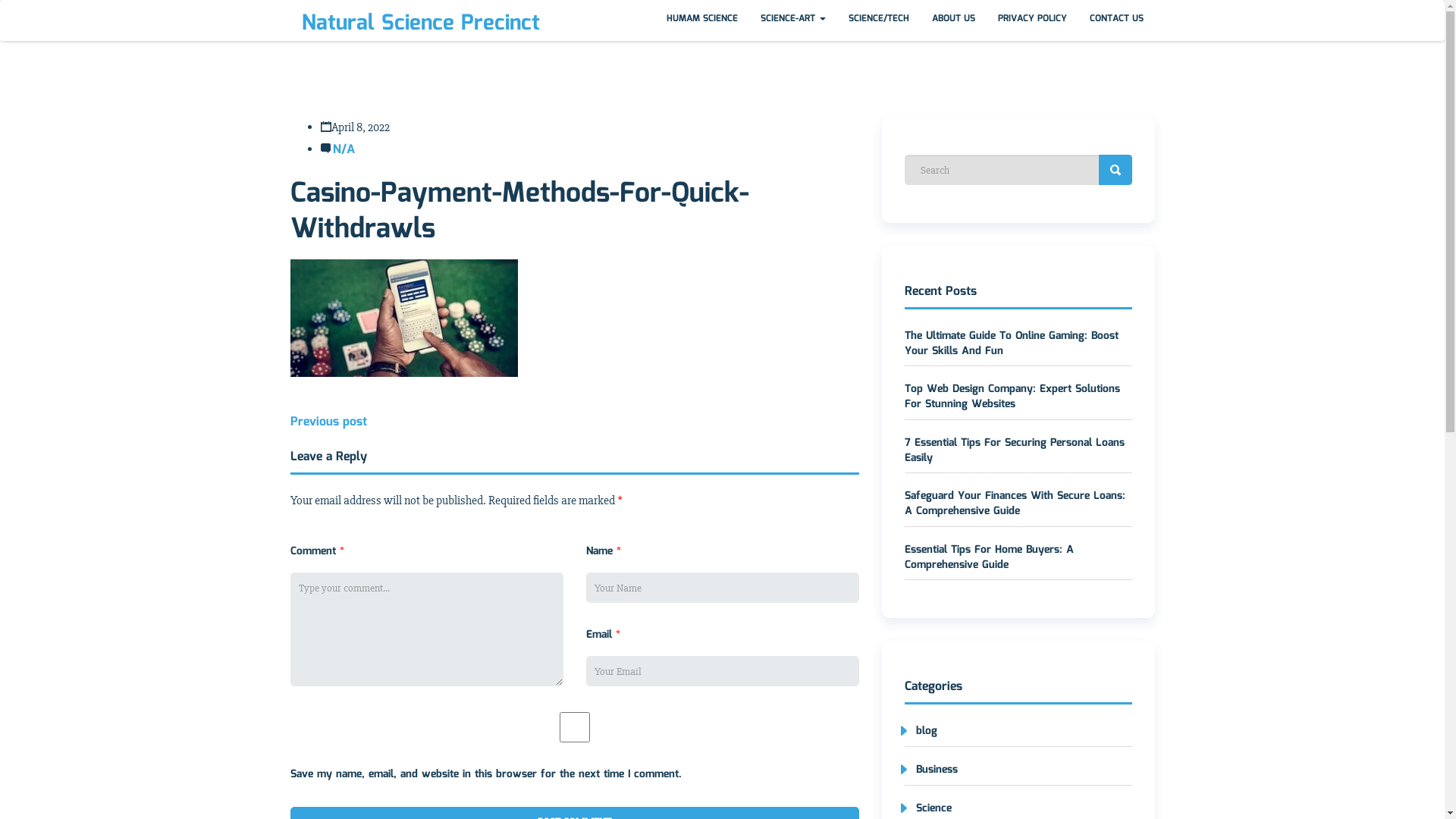 The image size is (1456, 819). Describe the element at coordinates (919, 730) in the screenshot. I see `'blog'` at that location.